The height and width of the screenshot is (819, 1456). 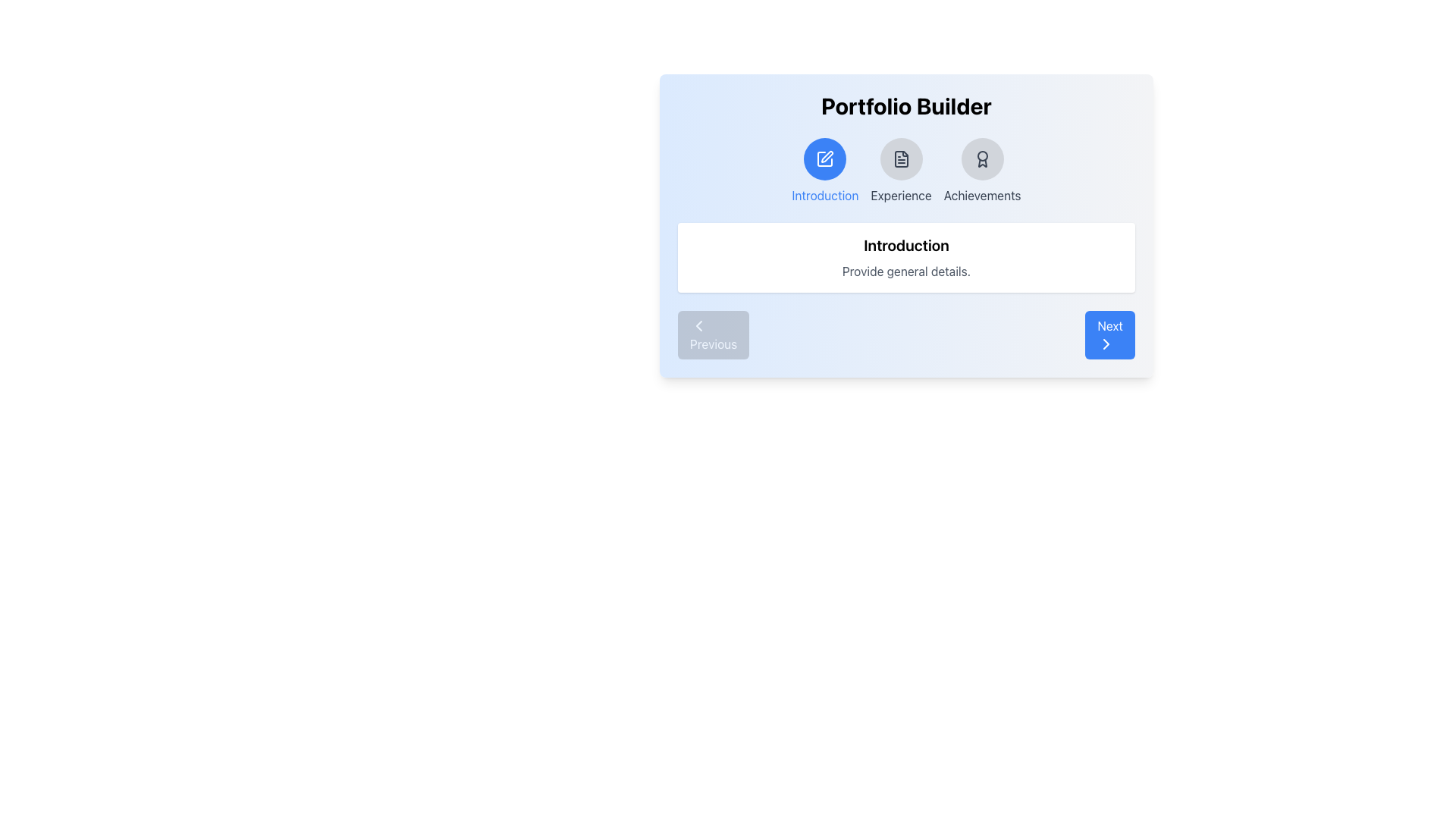 I want to click on the lower portion of the 'Achievements' icon in the header group of the portfolio builder application to navigate through the interface, so click(x=982, y=163).